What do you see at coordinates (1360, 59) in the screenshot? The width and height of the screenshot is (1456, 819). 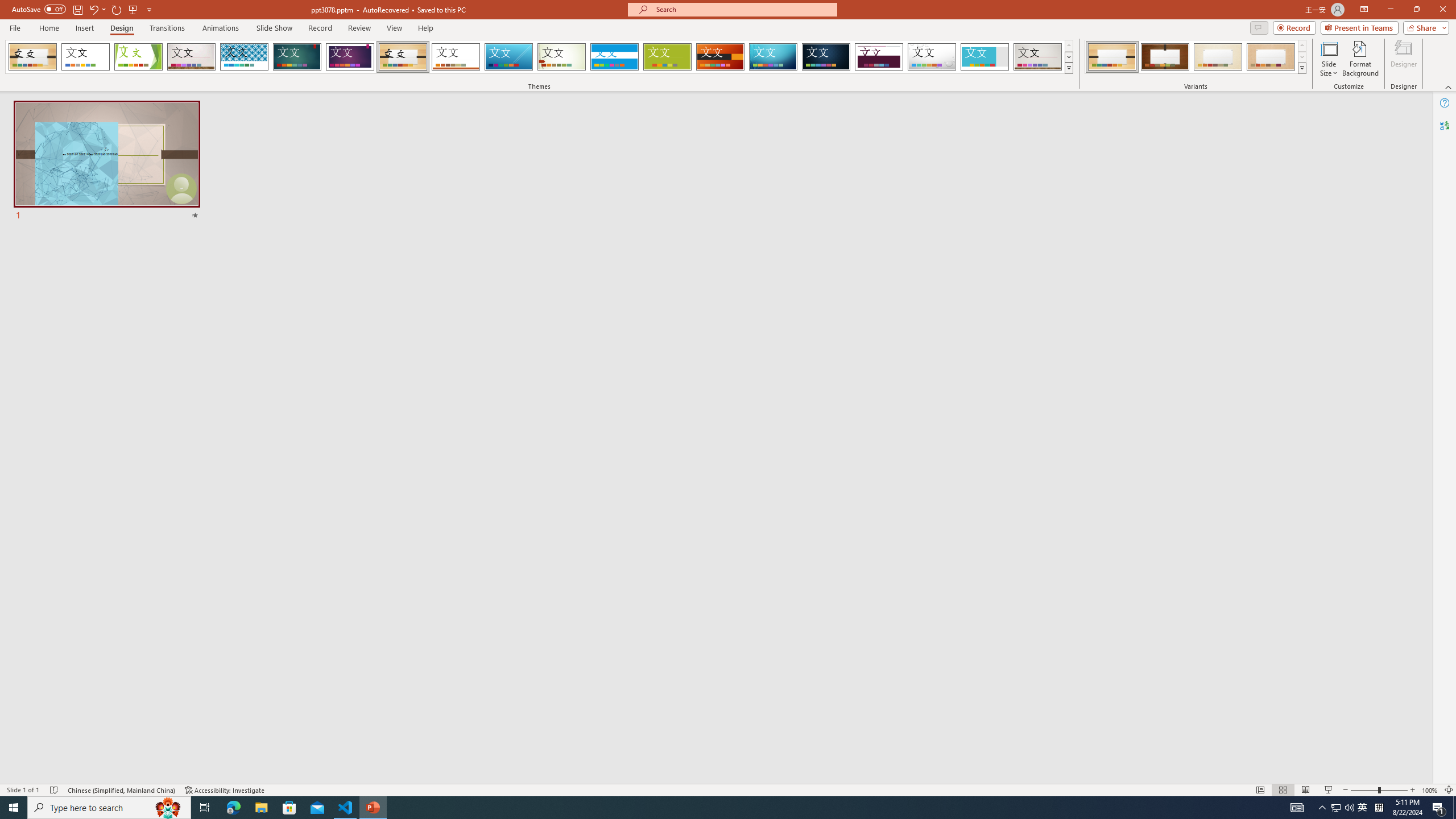 I see `'Format Background'` at bounding box center [1360, 59].